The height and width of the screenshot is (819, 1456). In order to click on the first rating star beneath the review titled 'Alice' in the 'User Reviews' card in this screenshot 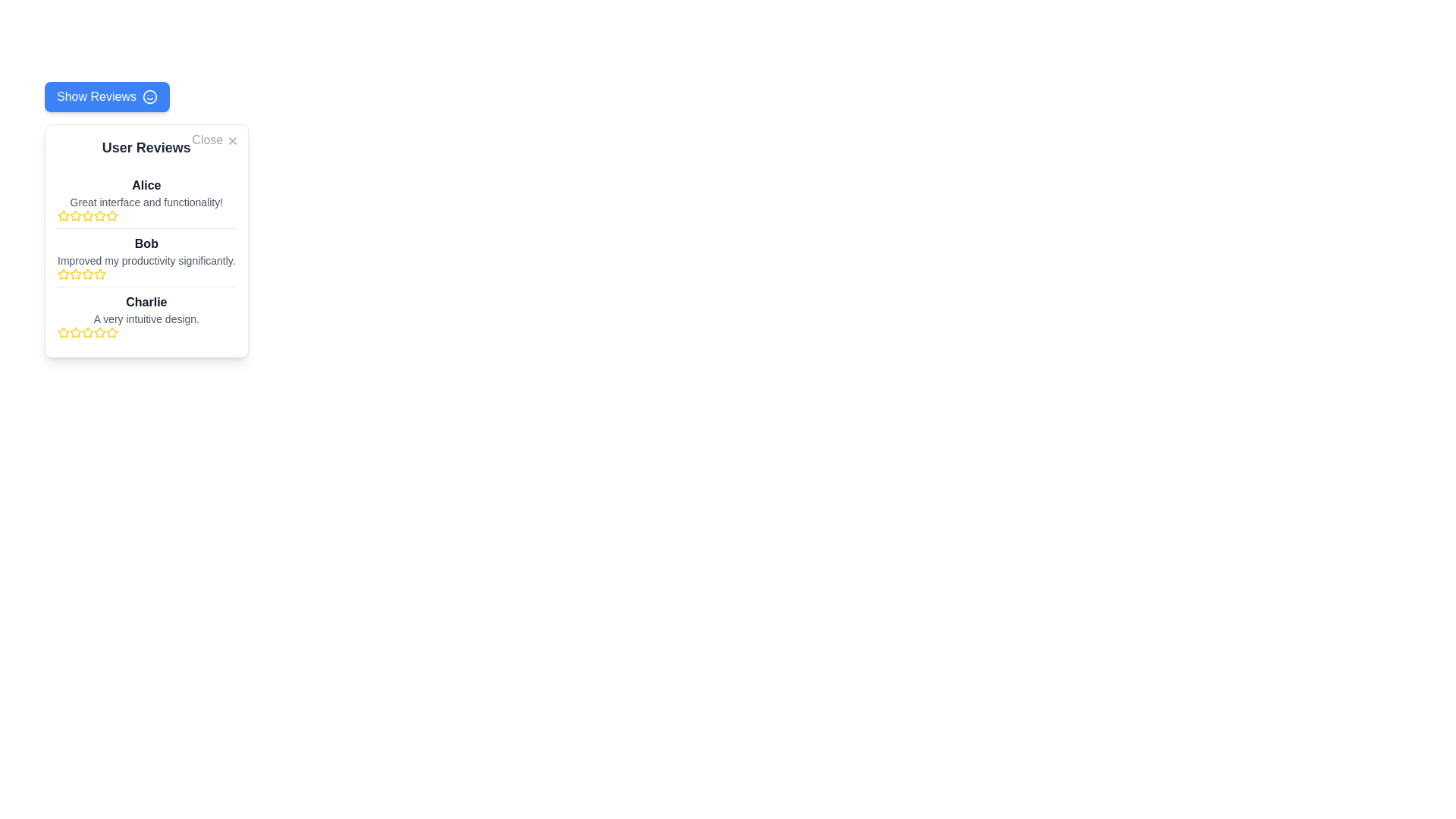, I will do `click(61, 215)`.